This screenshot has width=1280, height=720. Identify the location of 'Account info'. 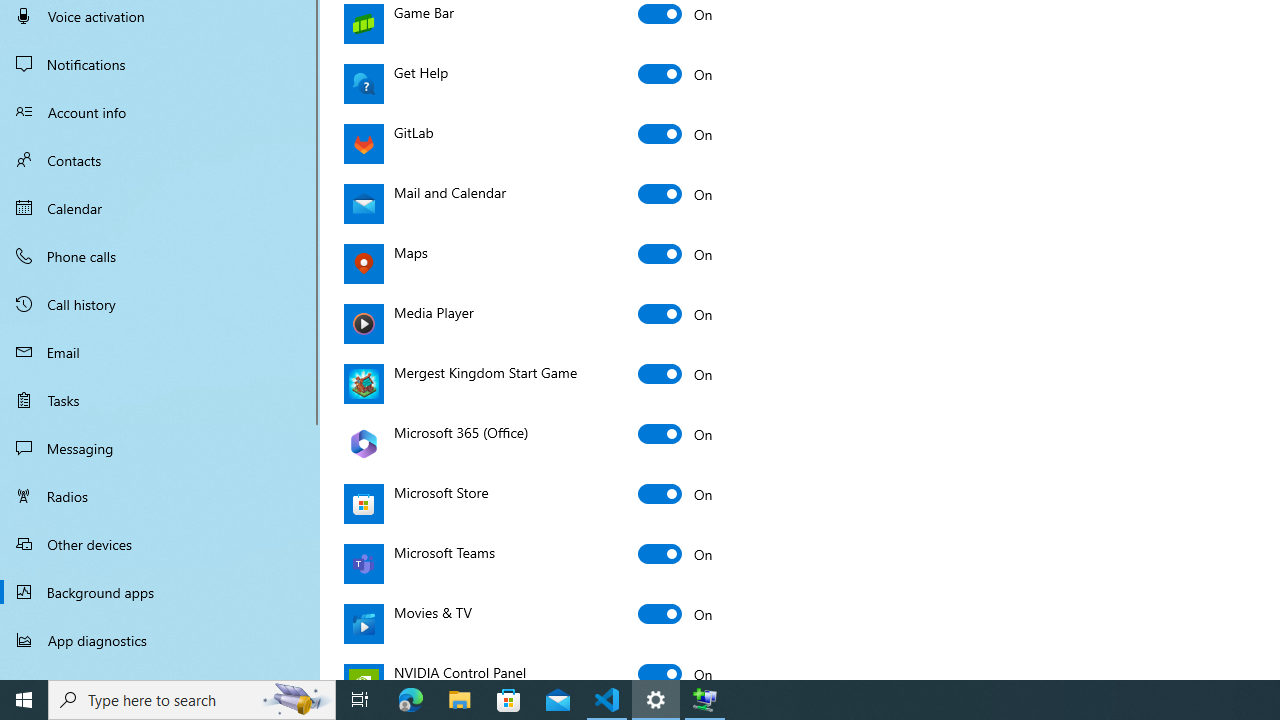
(160, 111).